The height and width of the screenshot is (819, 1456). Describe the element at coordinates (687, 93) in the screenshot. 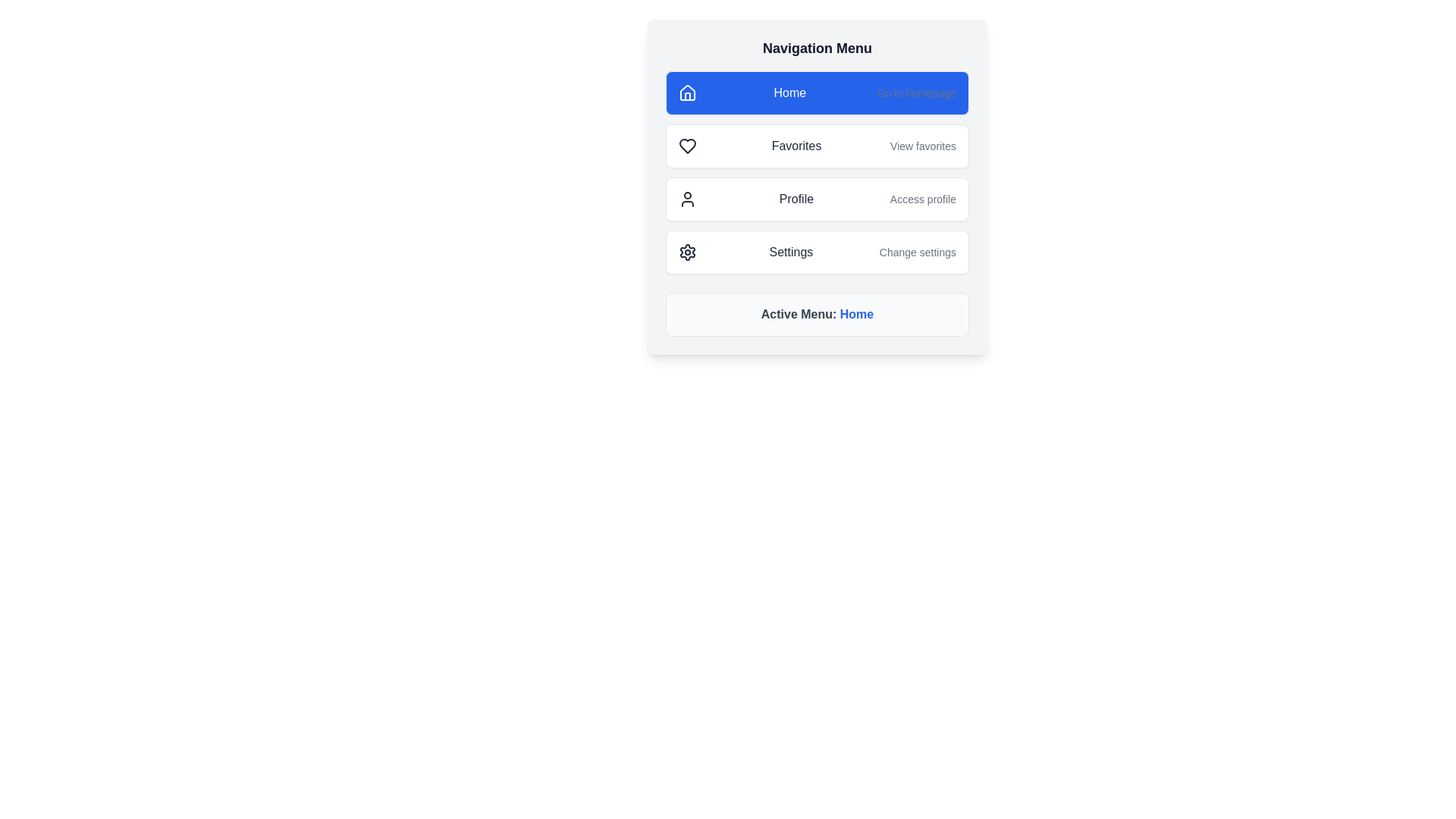

I see `the stylized house icon located within the 'Home' menu item in the navigation menu, which is highlighted in blue` at that location.